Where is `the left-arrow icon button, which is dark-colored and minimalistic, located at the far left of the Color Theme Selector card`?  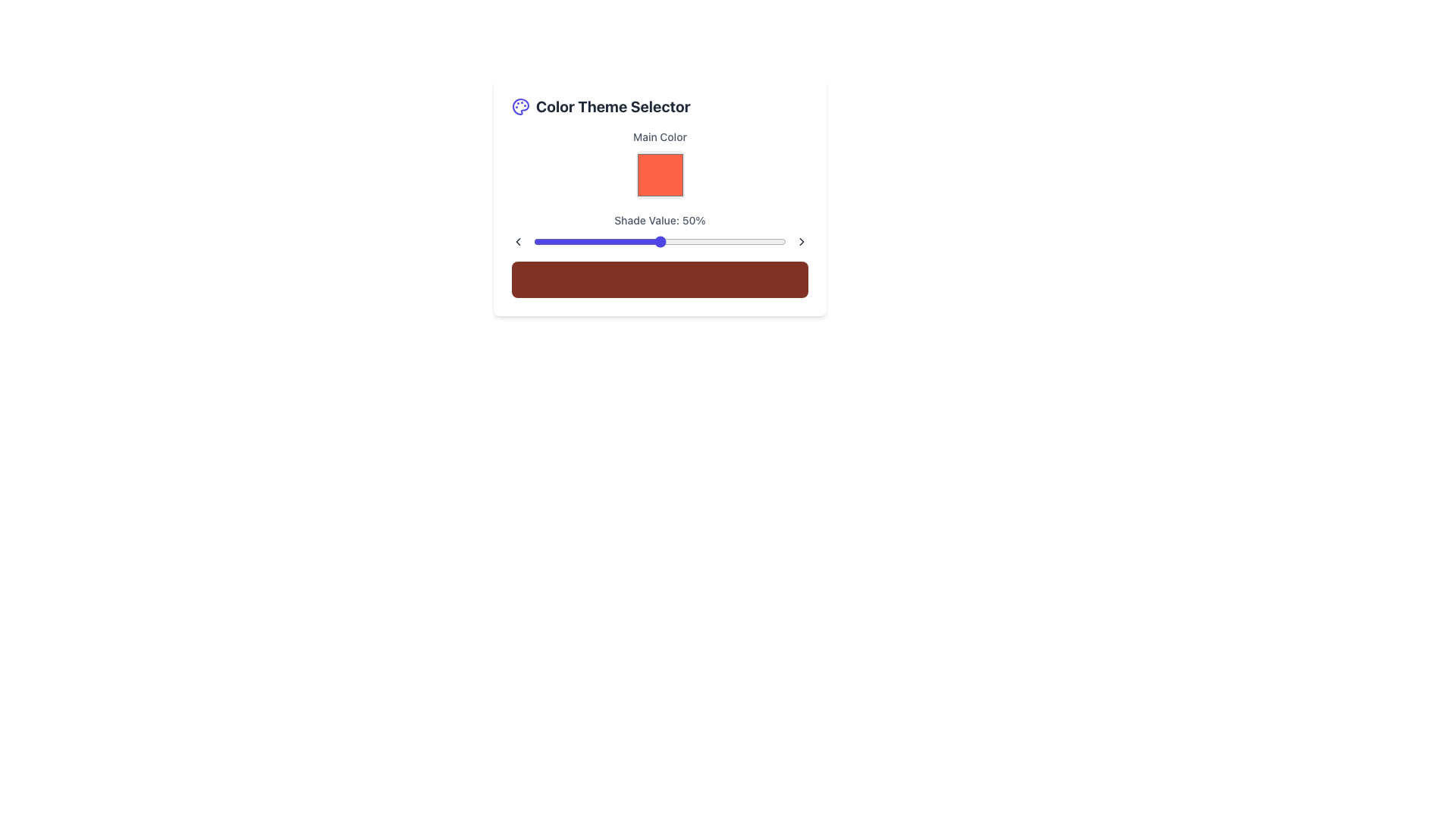 the left-arrow icon button, which is dark-colored and minimalistic, located at the far left of the Color Theme Selector card is located at coordinates (518, 241).